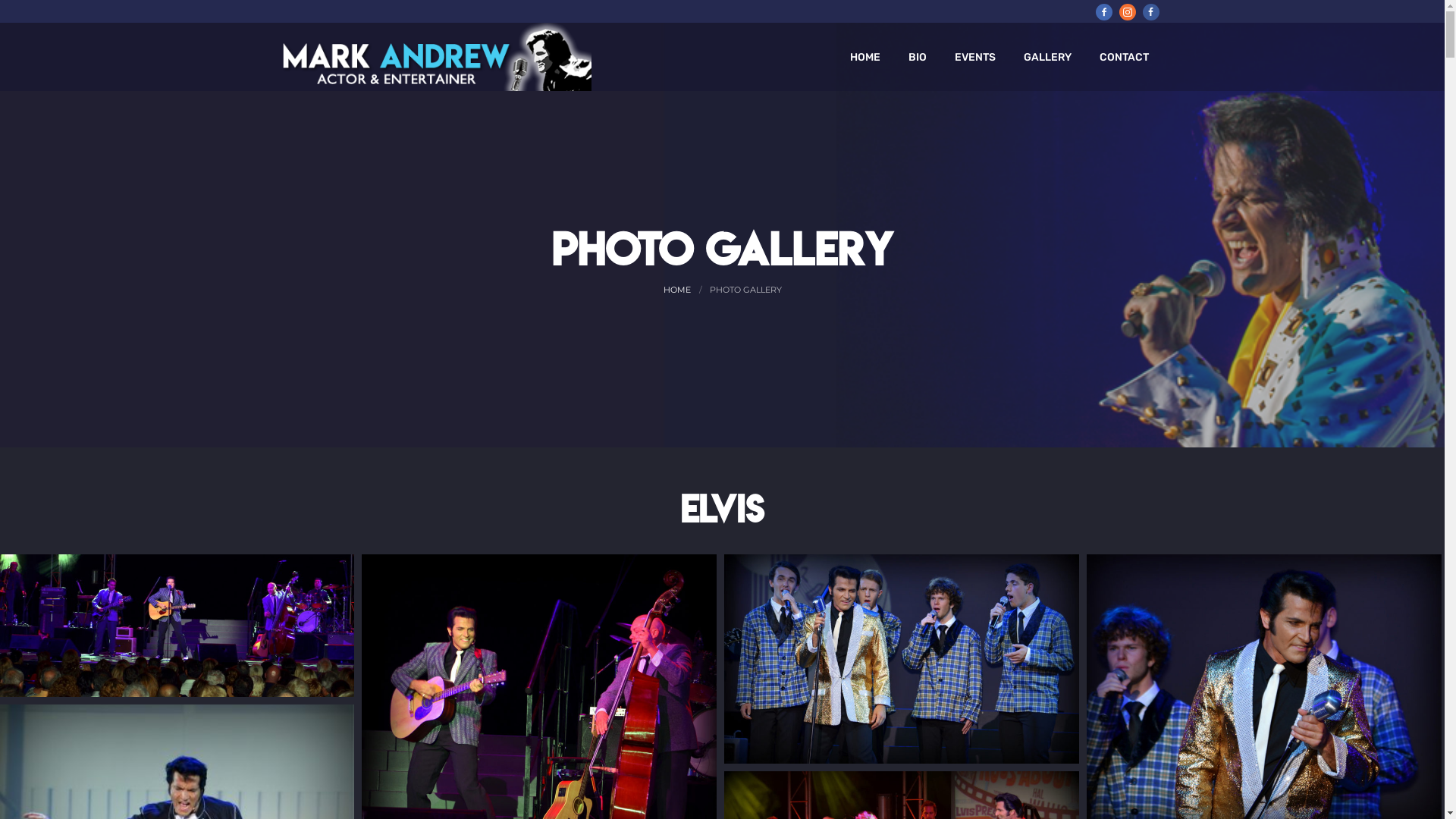 Image resolution: width=1456 pixels, height=819 pixels. What do you see at coordinates (864, 55) in the screenshot?
I see `'HOME'` at bounding box center [864, 55].